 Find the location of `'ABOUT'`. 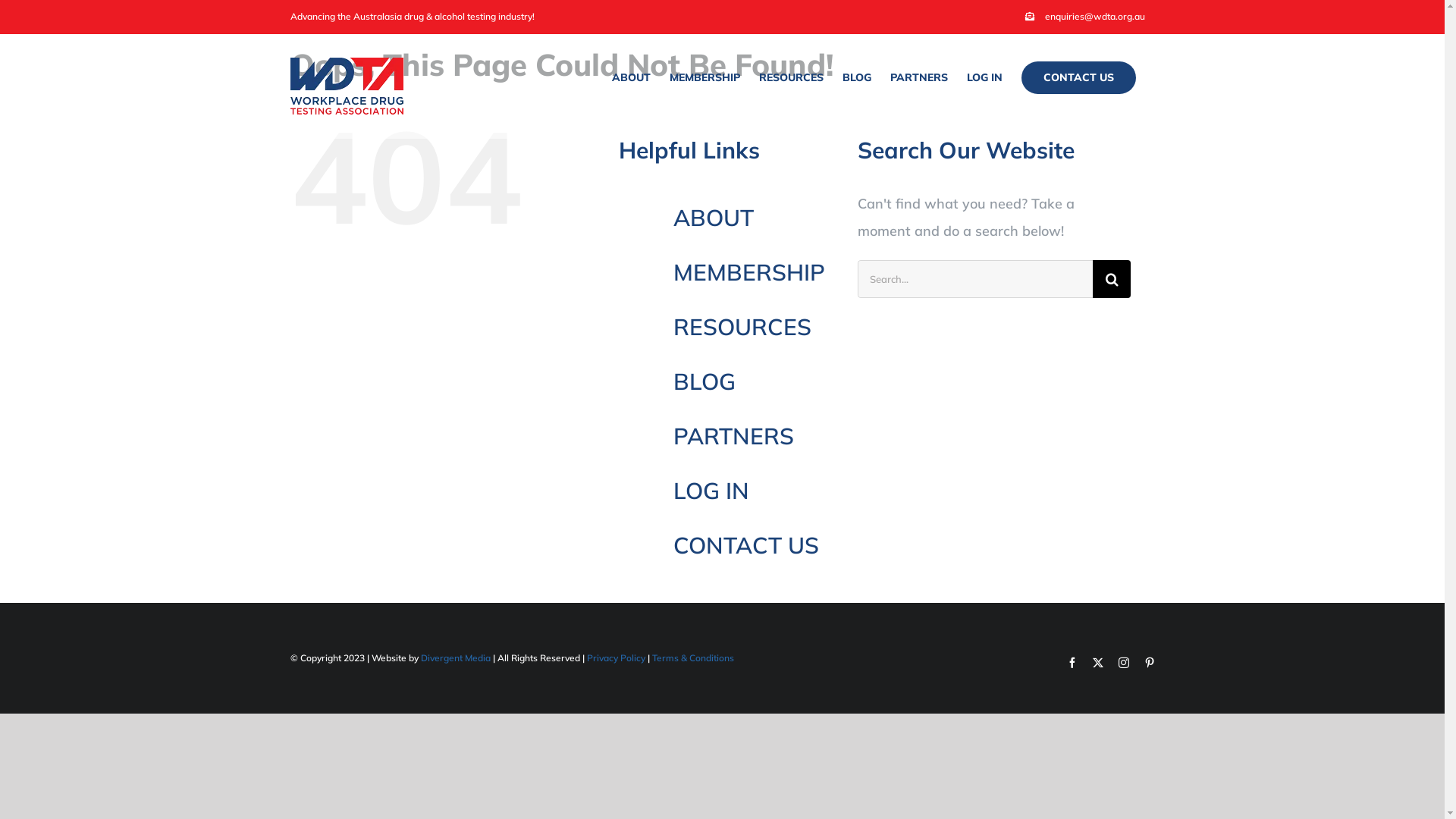

'ABOUT' is located at coordinates (630, 77).